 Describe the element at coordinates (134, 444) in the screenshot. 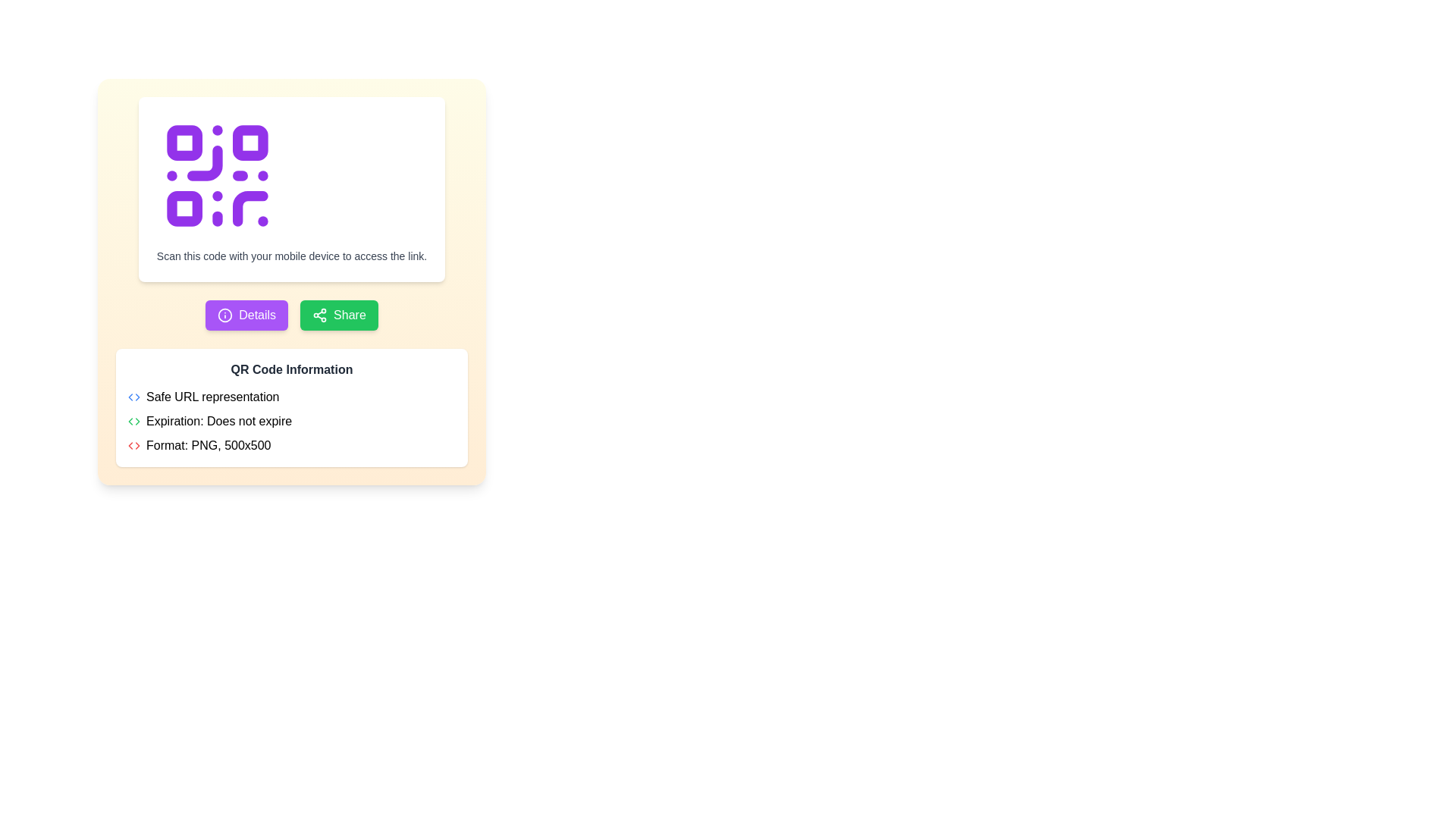

I see `the small red SVG icon consisting of left and right-pointing arrows, located in the QR Code Information section, to the left of the 'Format: PNG, 500x500' text` at that location.